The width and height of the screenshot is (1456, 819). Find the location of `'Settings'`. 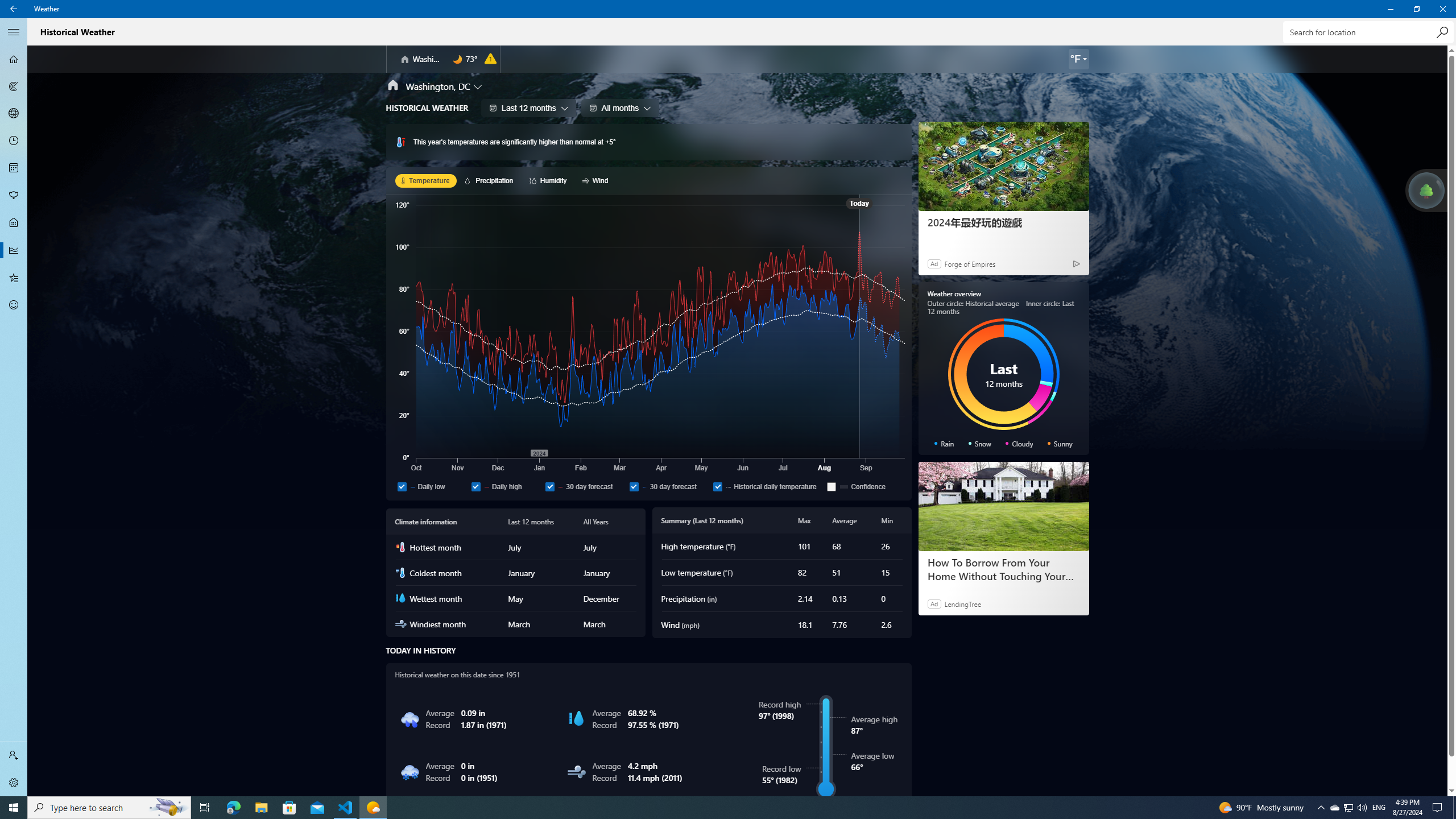

'Settings' is located at coordinates (14, 781).